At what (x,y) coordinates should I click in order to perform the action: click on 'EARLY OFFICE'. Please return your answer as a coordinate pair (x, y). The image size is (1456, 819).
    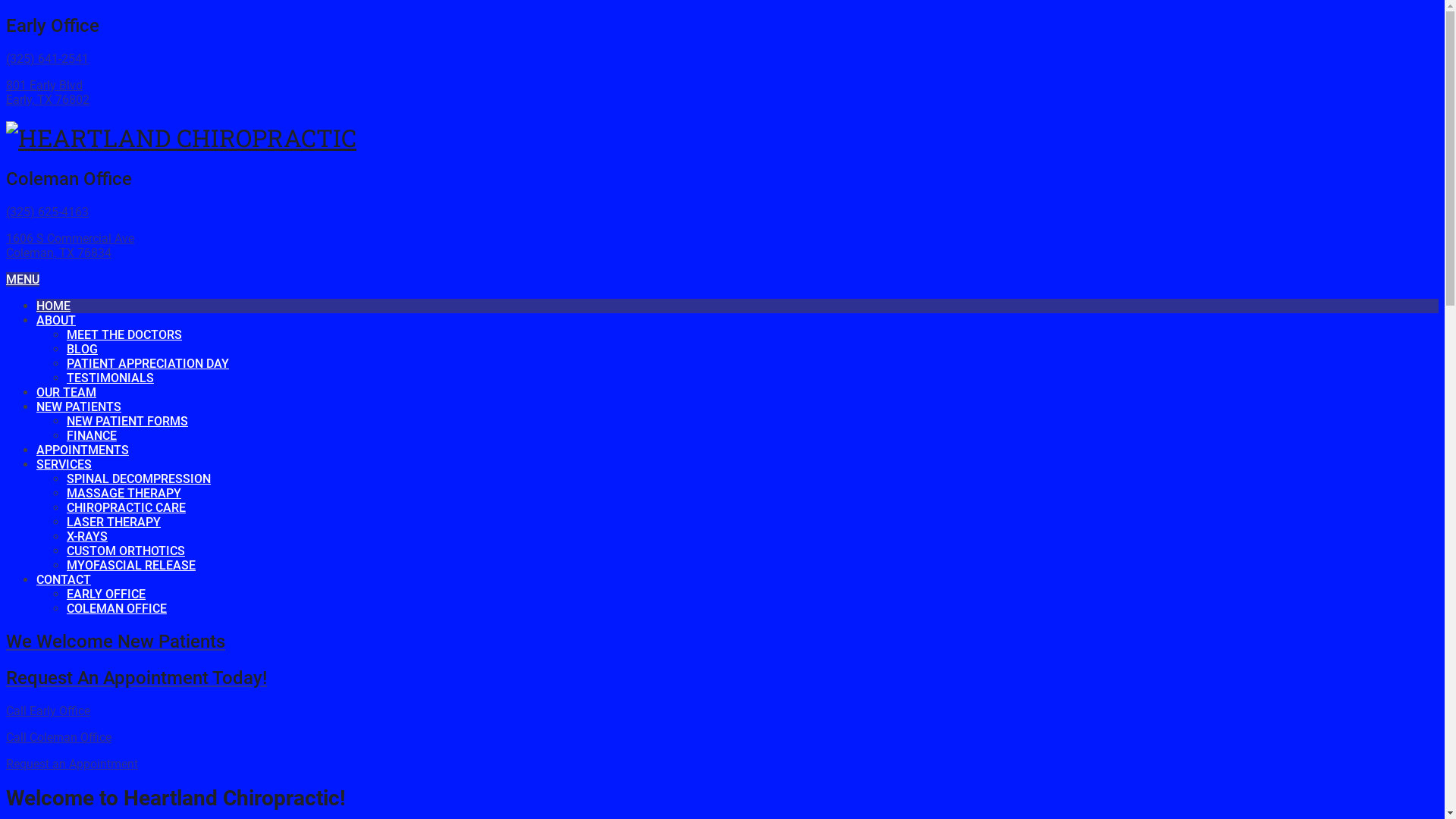
    Looking at the image, I should click on (105, 593).